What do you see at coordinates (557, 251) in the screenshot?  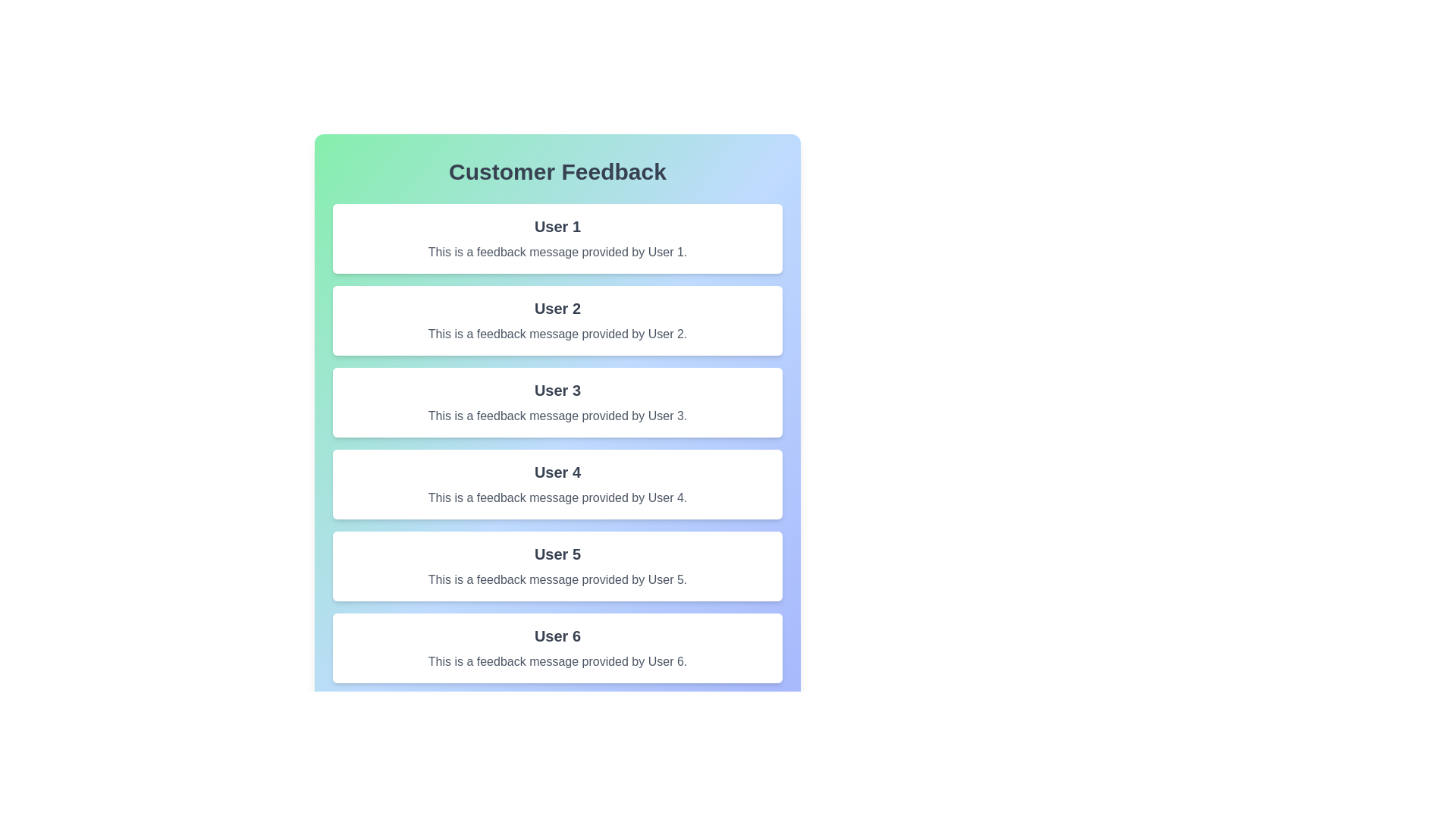 I see `feedback message displayed in gray text that states 'This is a feedback message provided by User 1.', located directly below the name 'User 1' in the first feedback card` at bounding box center [557, 251].